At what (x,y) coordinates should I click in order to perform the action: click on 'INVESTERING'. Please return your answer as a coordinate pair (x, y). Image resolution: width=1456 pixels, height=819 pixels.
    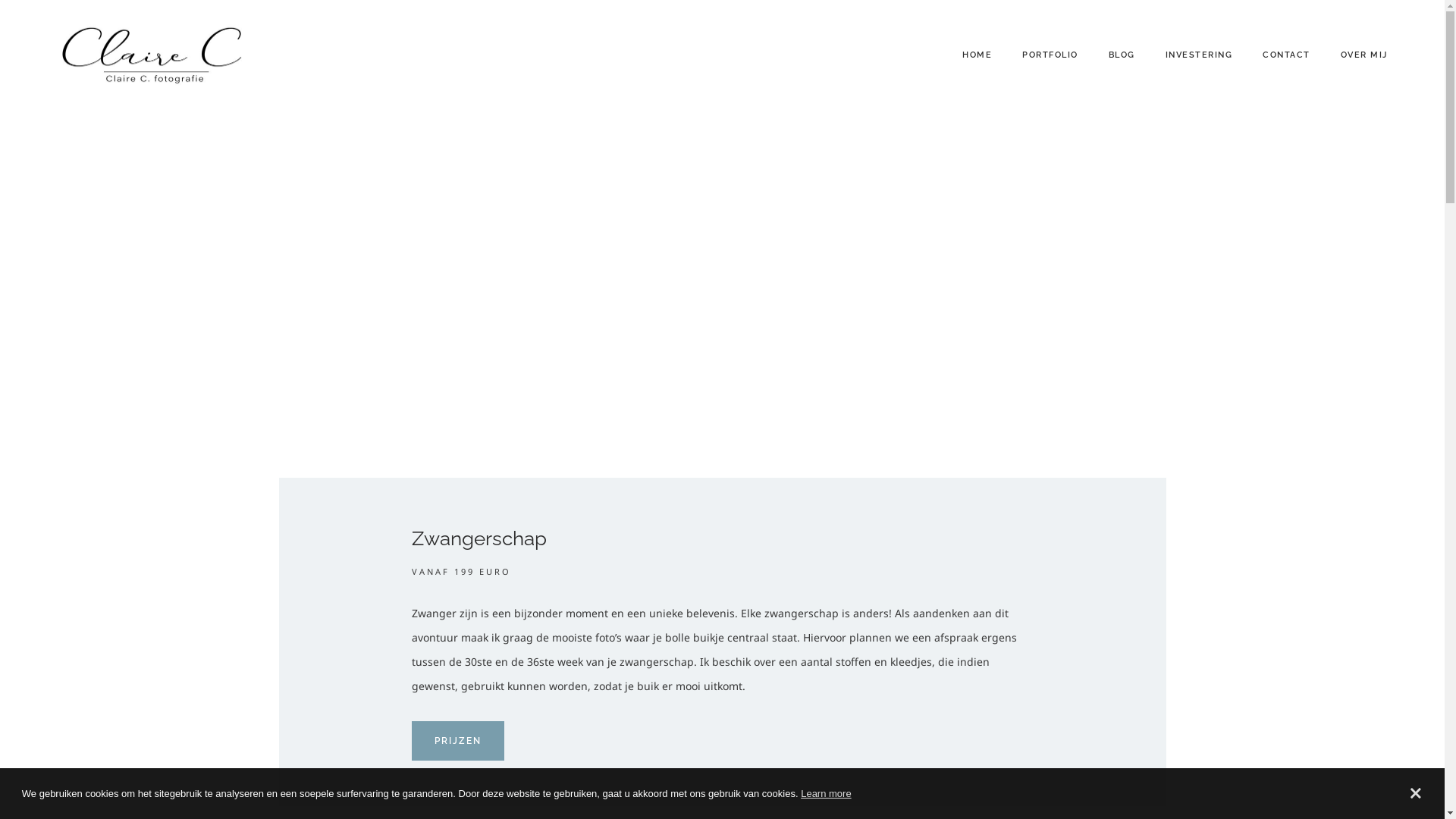
    Looking at the image, I should click on (1198, 55).